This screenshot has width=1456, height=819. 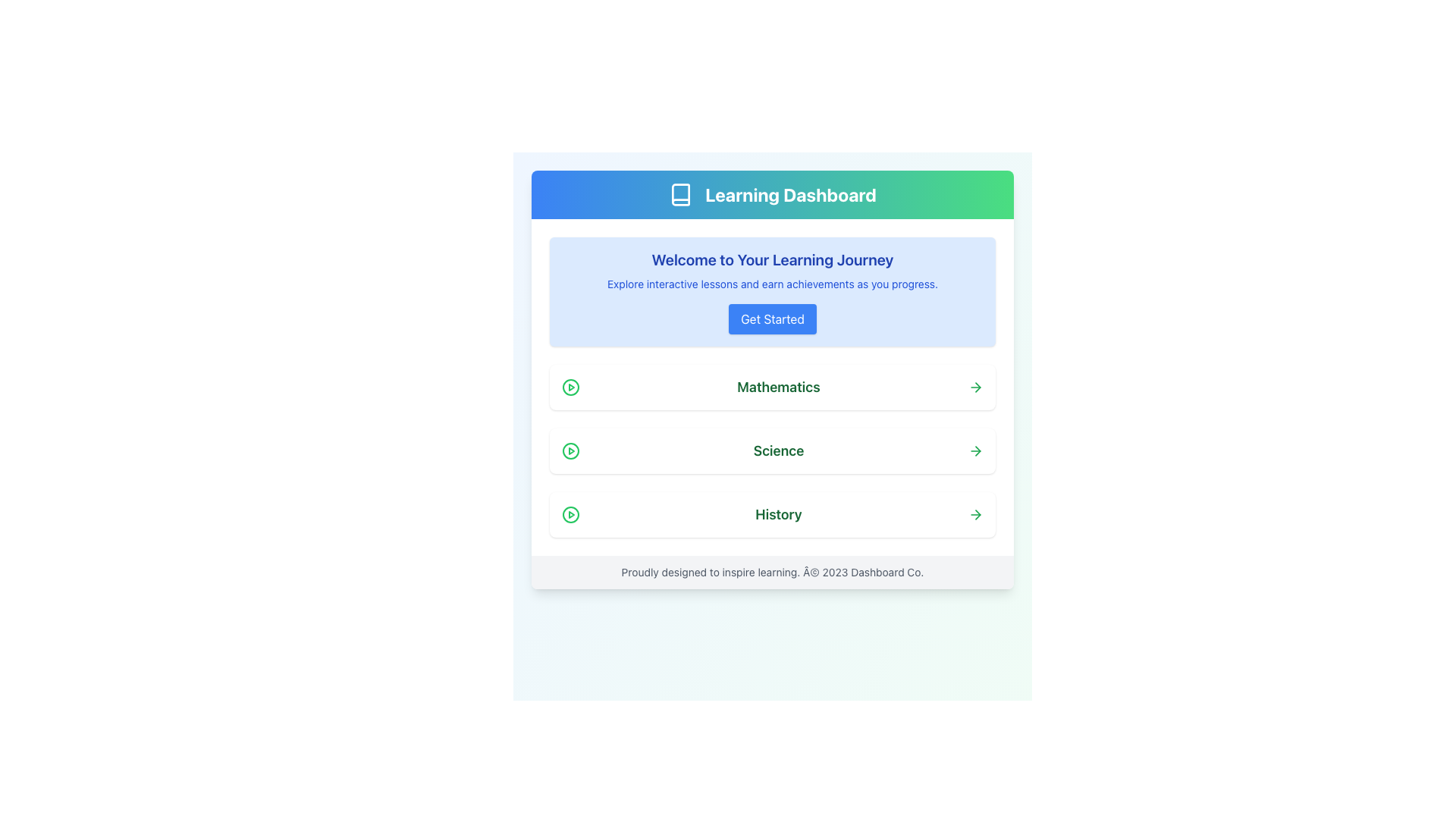 I want to click on the informational text element that provides descriptive text below the main title 'Welcome to Your Learning Journey' and above the button 'Get Started', so click(x=772, y=284).